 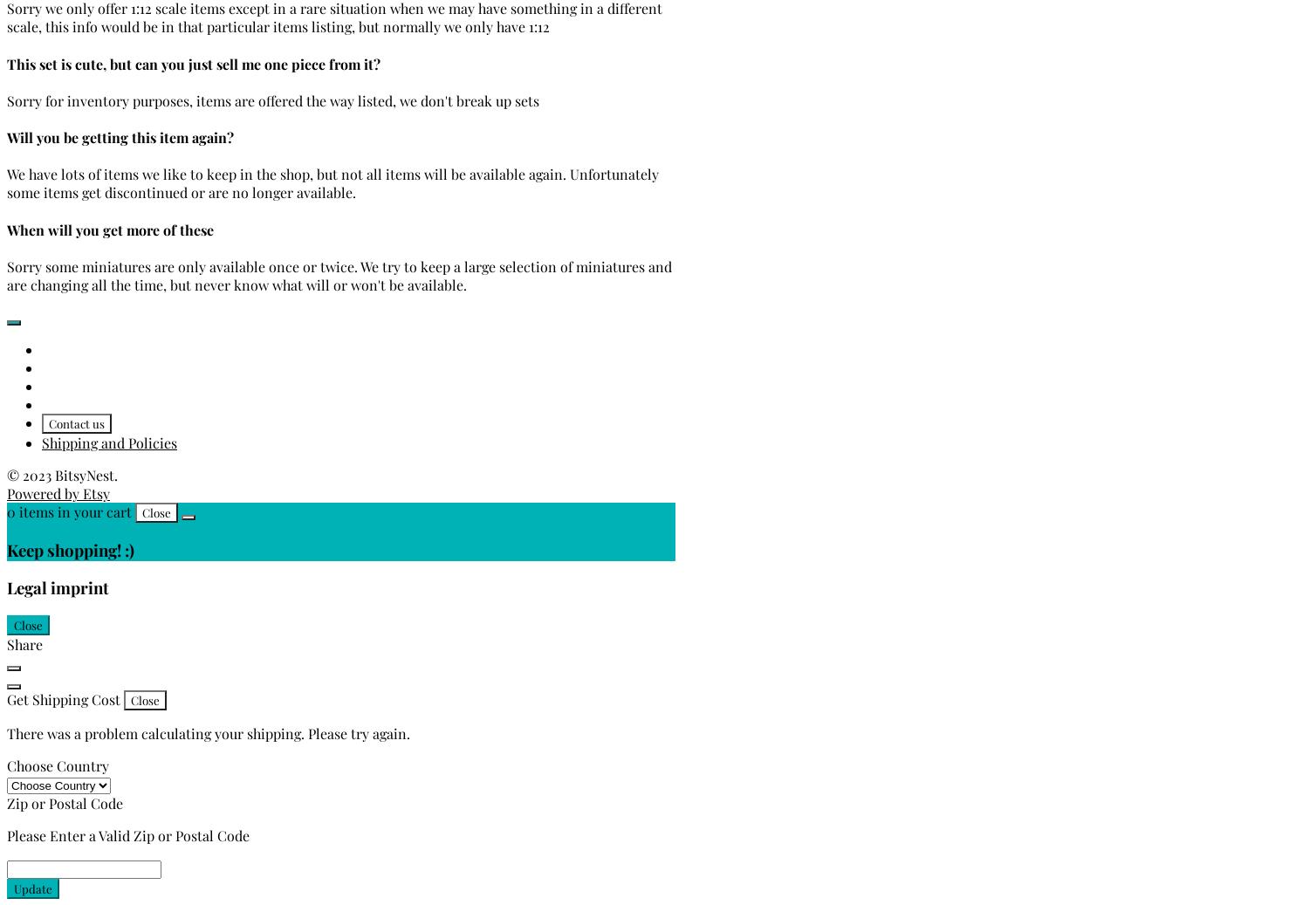 What do you see at coordinates (110, 228) in the screenshot?
I see `'When will you get more of these'` at bounding box center [110, 228].